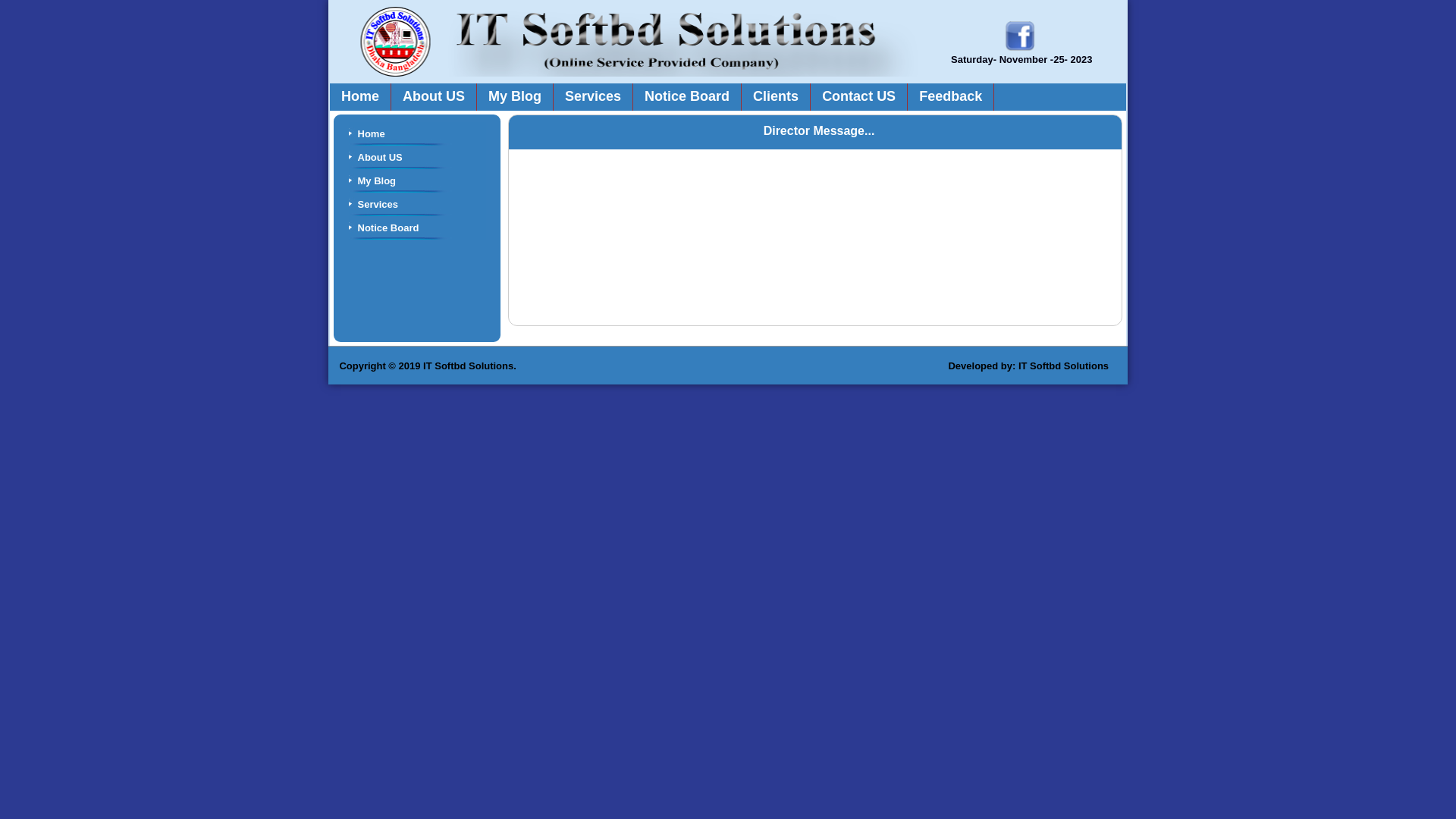  Describe the element at coordinates (337, 203) in the screenshot. I see `'Services'` at that location.